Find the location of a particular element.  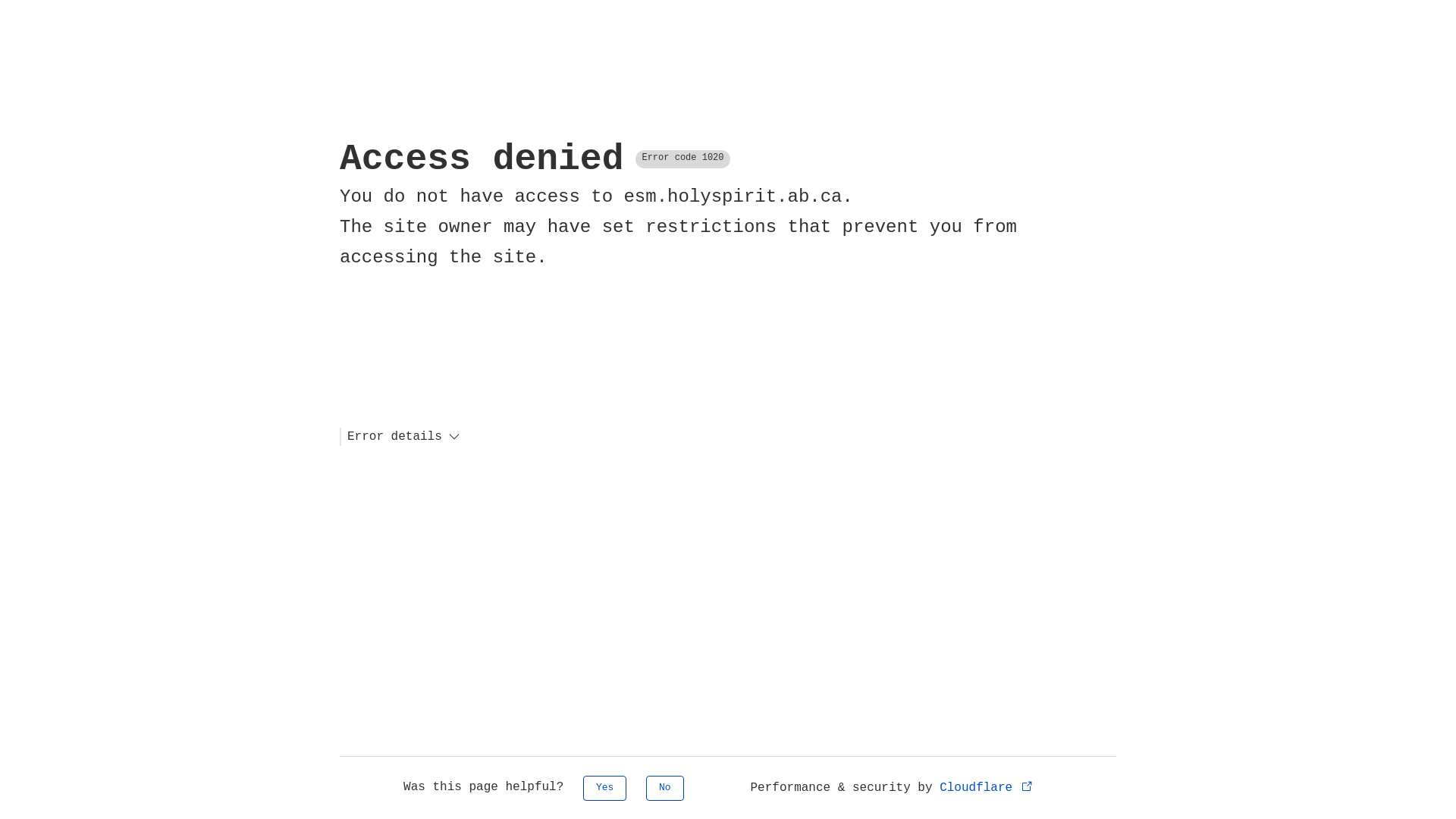

'Opens in new tab' is located at coordinates (1022, 785).